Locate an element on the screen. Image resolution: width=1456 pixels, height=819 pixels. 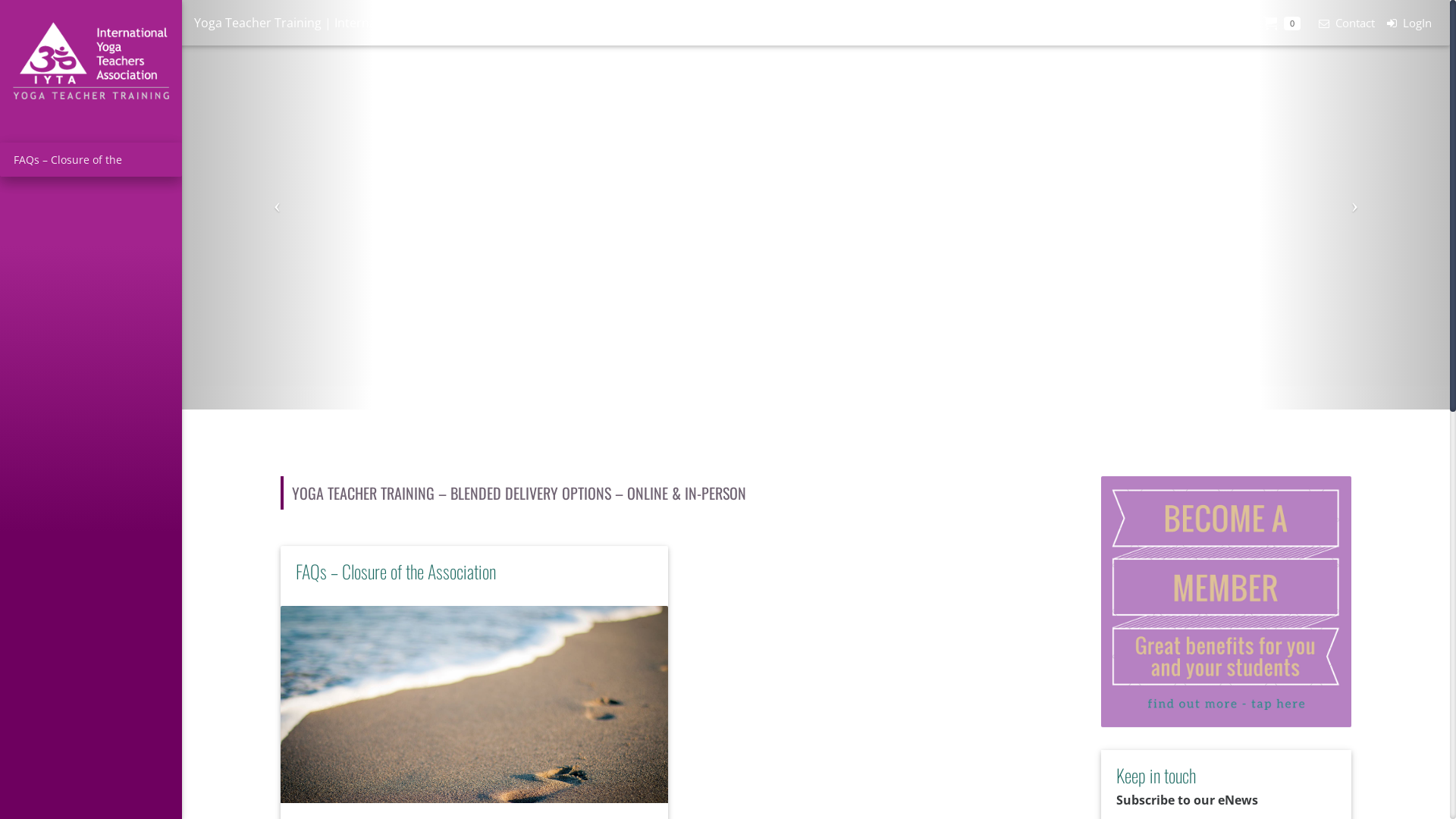
'Contact' is located at coordinates (1306, 23).